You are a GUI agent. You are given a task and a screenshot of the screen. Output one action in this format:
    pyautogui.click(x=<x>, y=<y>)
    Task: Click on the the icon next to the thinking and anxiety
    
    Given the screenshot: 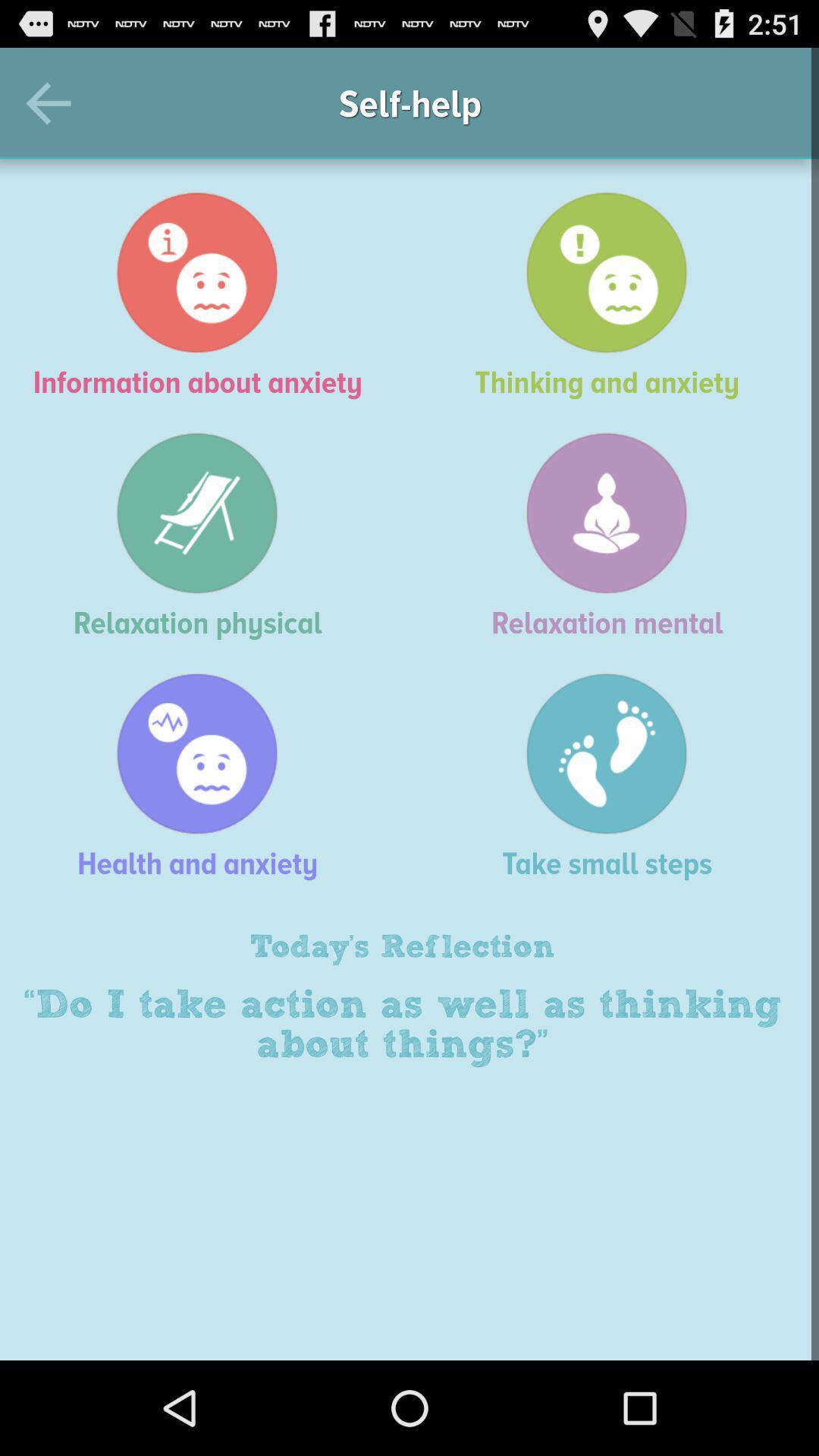 What is the action you would take?
    pyautogui.click(x=205, y=295)
    